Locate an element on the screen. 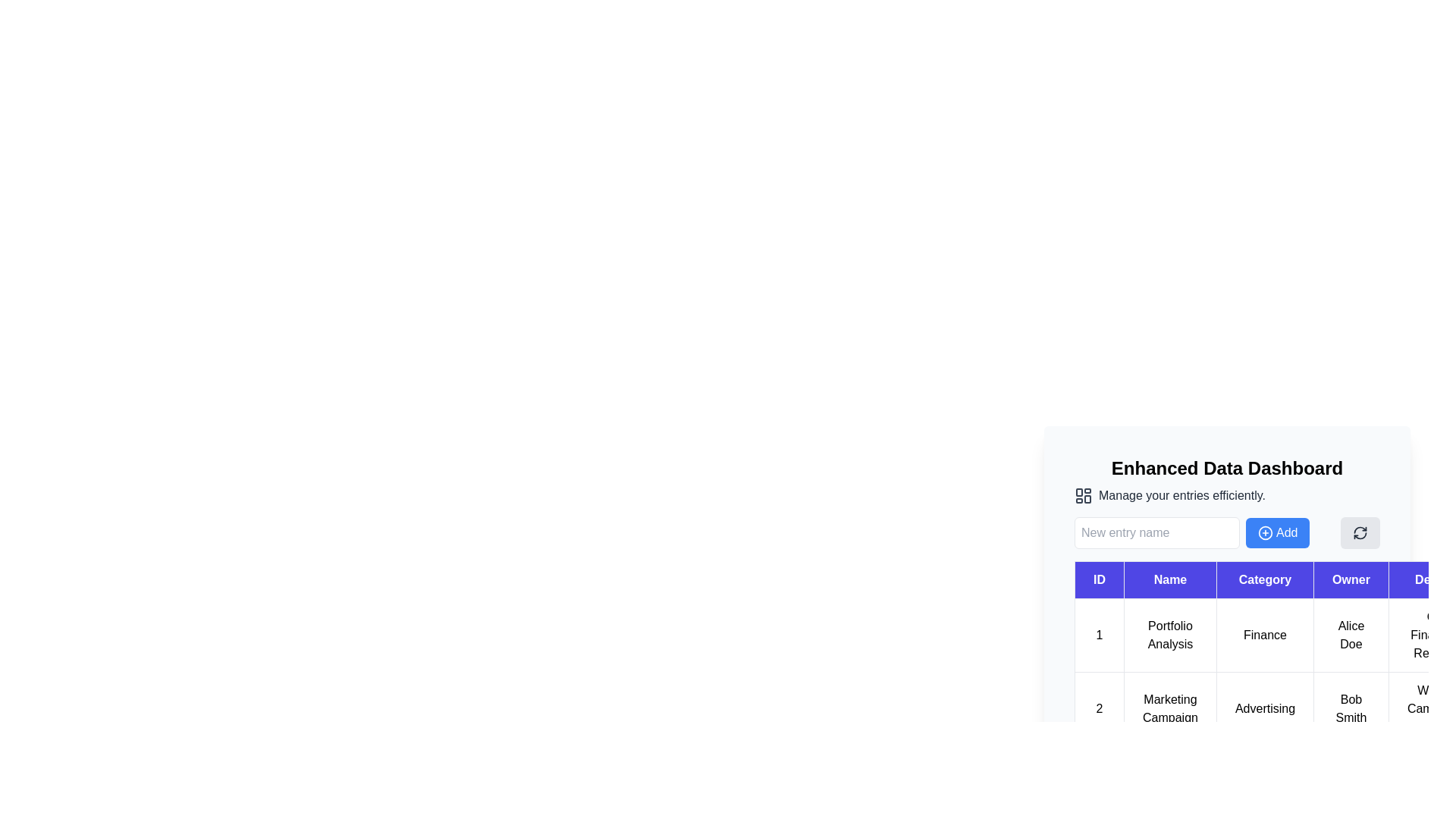  the 'Finance' text label located in the third column of the first row of the data table under the header 'Category' is located at coordinates (1265, 635).